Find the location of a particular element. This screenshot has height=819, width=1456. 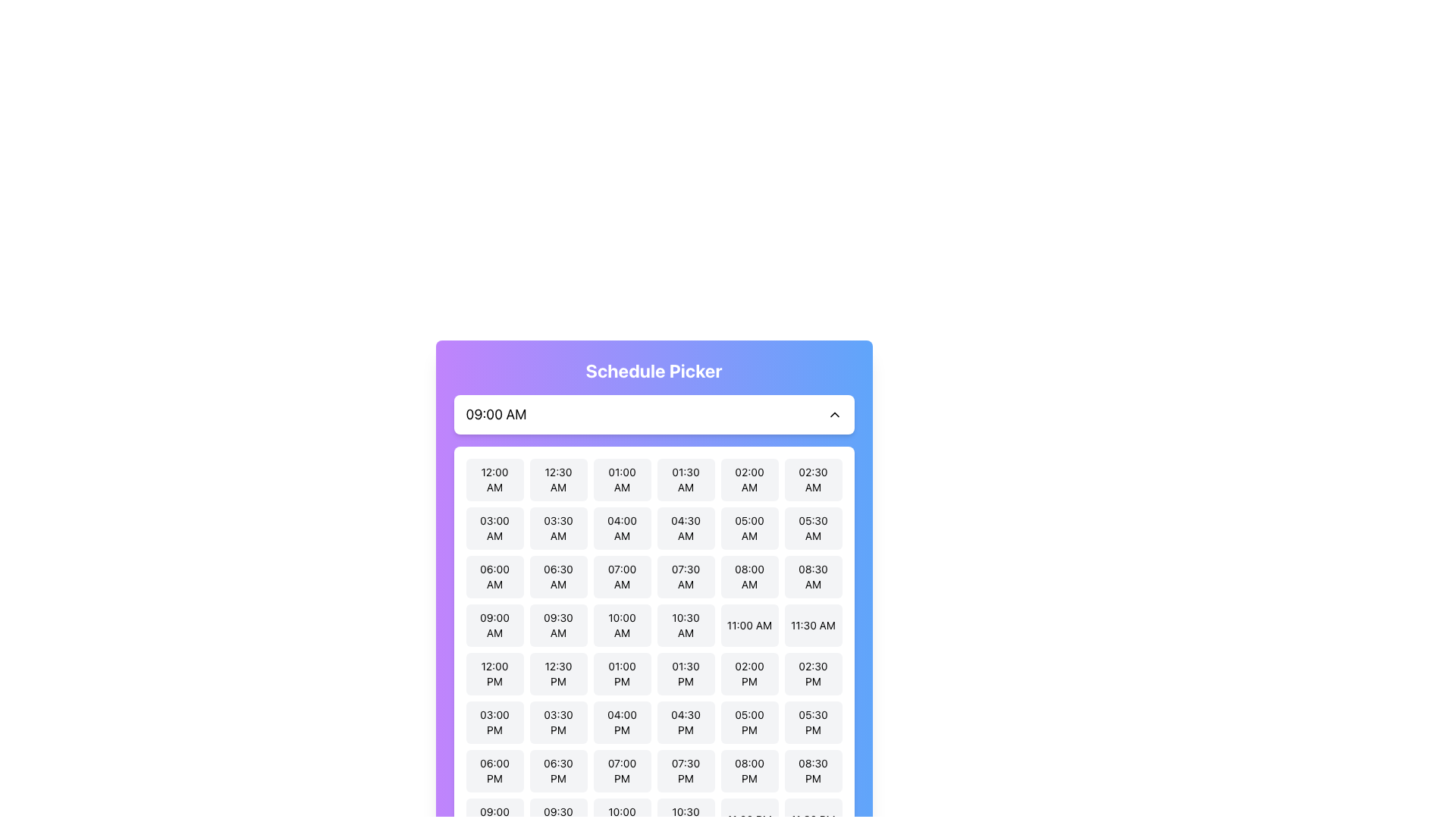

the selectable time slot button labeled '04:30 PM' in the Schedule Picker is located at coordinates (685, 721).